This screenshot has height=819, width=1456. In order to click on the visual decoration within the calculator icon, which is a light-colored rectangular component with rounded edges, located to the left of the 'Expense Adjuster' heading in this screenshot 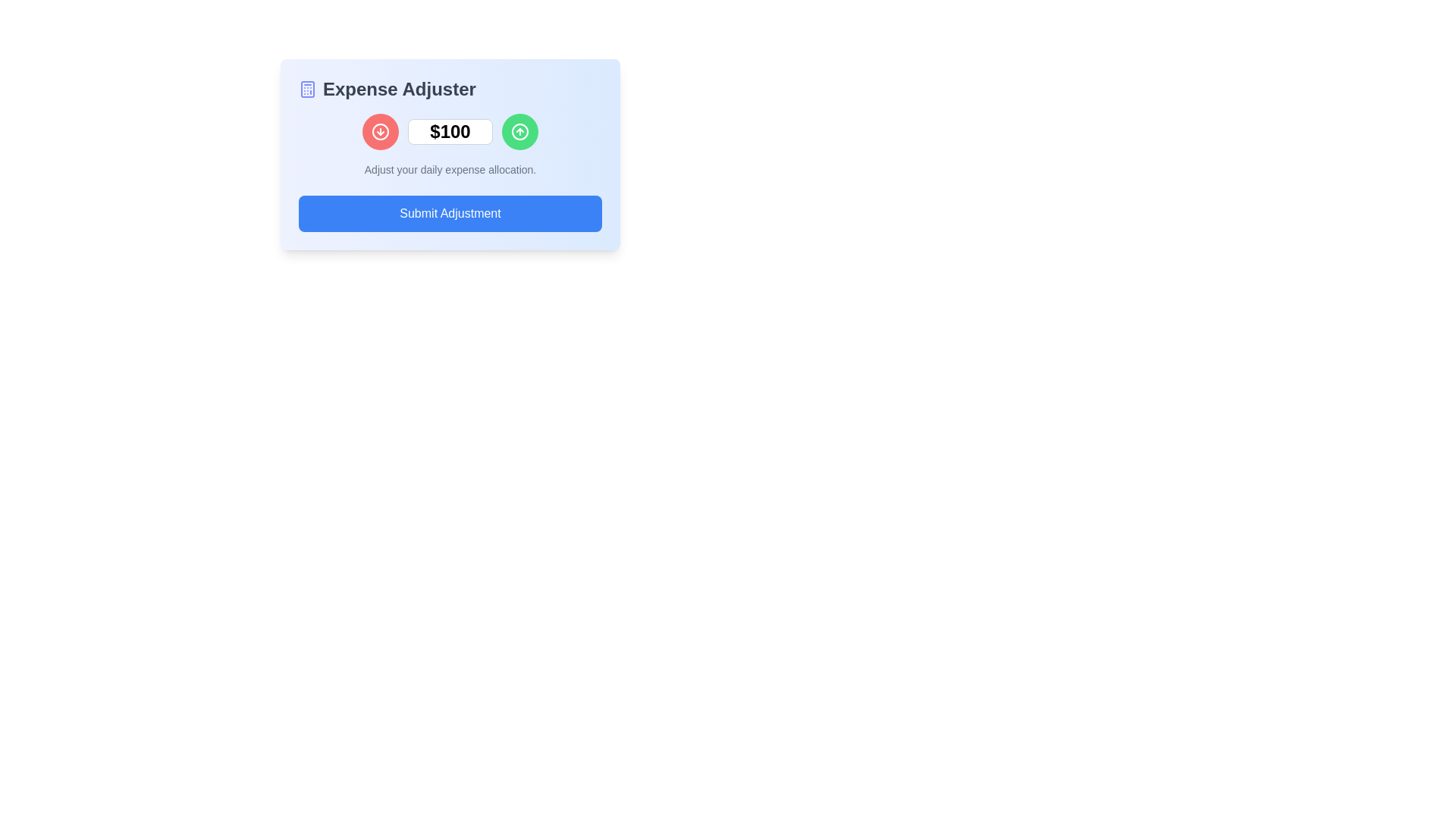, I will do `click(307, 89)`.